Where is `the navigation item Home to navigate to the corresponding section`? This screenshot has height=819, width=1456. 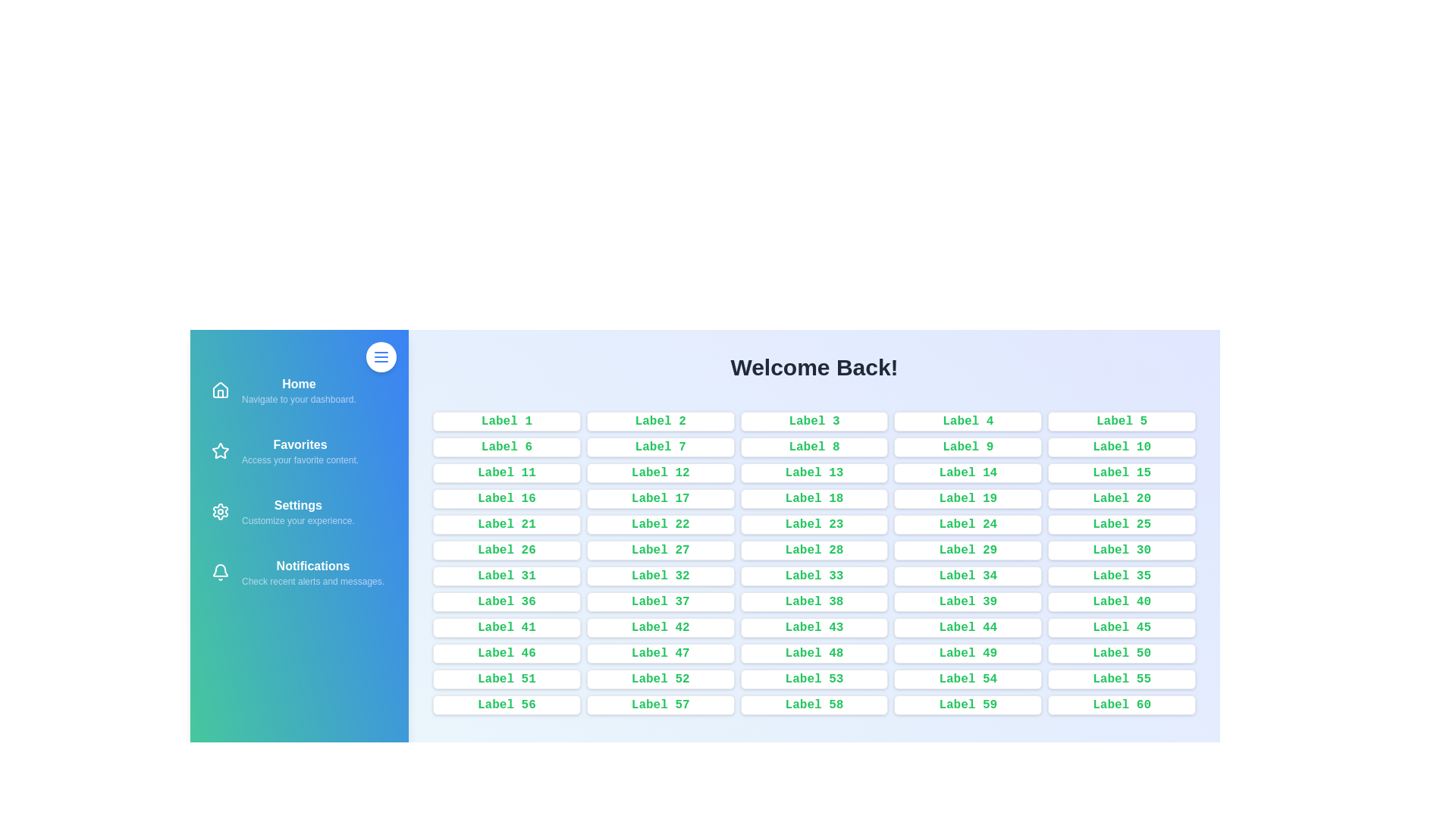
the navigation item Home to navigate to the corresponding section is located at coordinates (299, 390).